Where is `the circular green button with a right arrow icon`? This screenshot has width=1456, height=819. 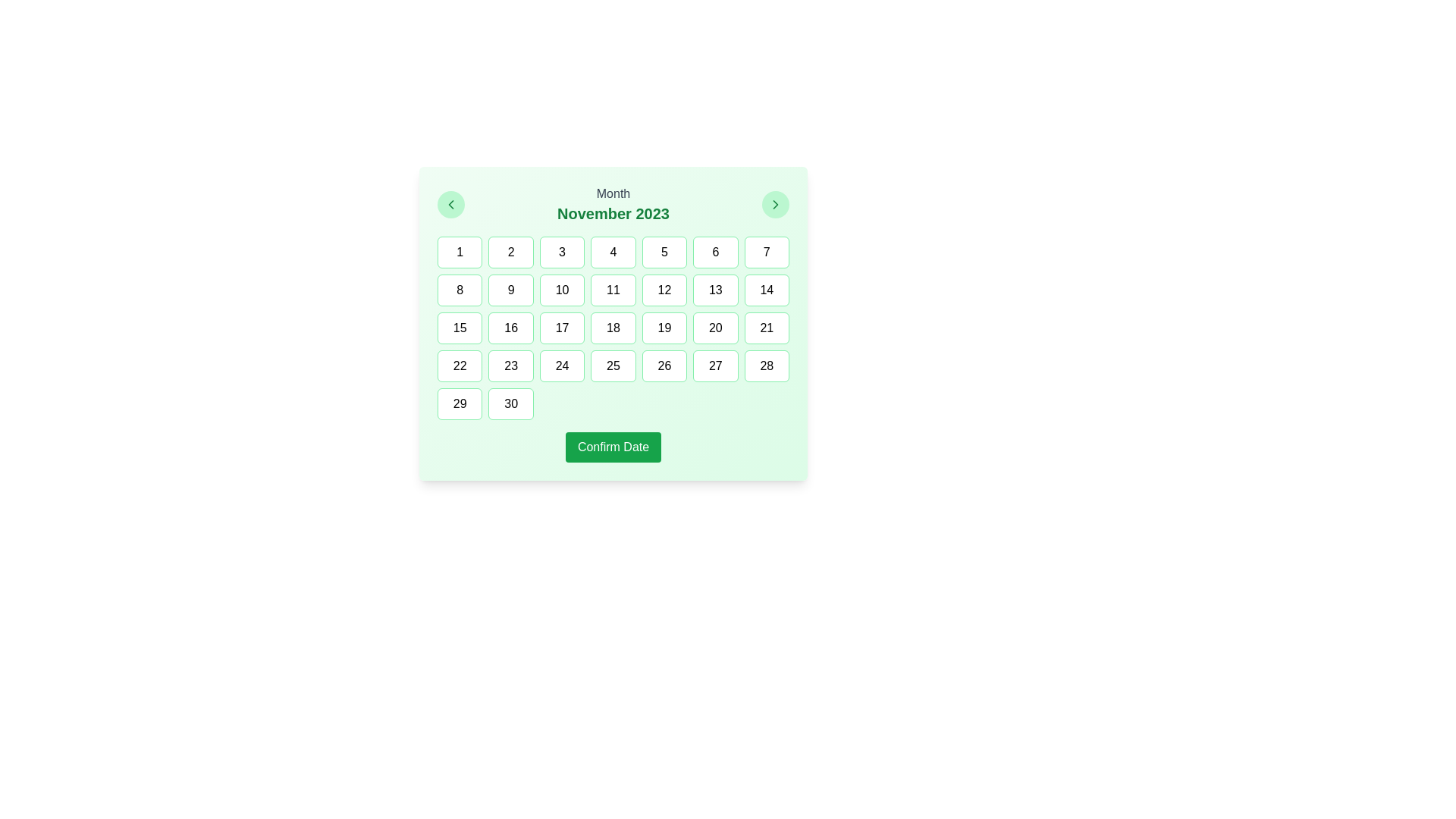
the circular green button with a right arrow icon is located at coordinates (775, 205).